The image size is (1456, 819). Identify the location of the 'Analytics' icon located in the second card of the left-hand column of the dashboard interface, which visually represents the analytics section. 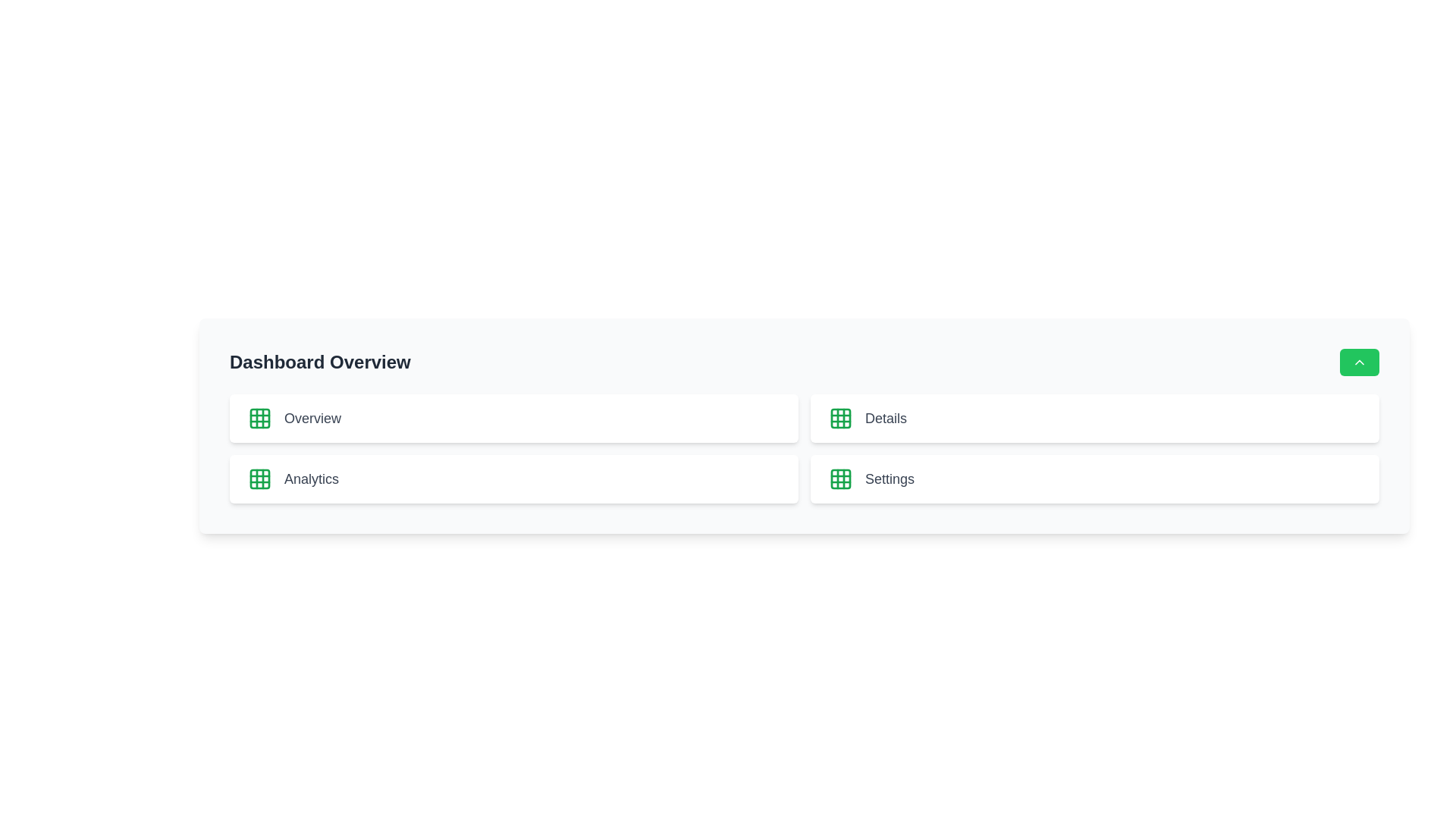
(259, 479).